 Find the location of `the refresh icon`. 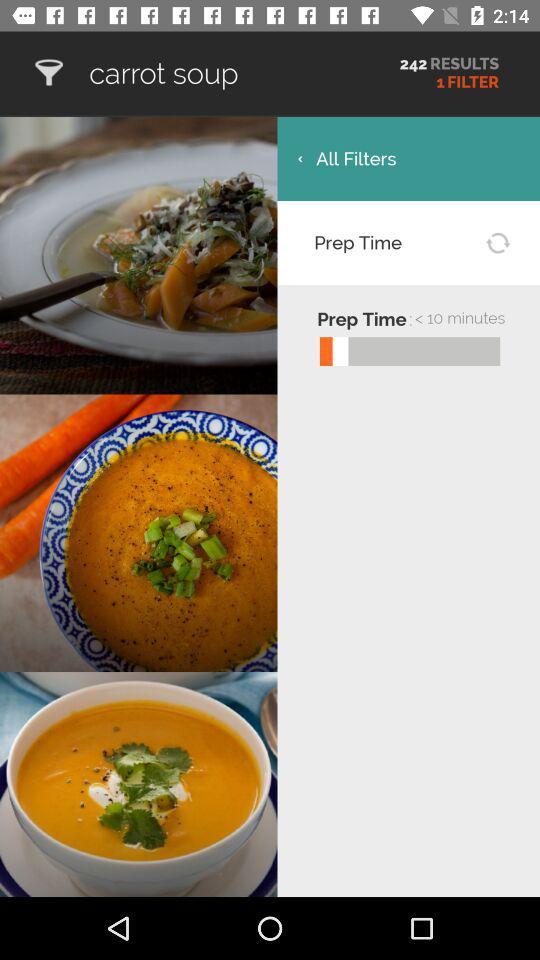

the refresh icon is located at coordinates (496, 241).